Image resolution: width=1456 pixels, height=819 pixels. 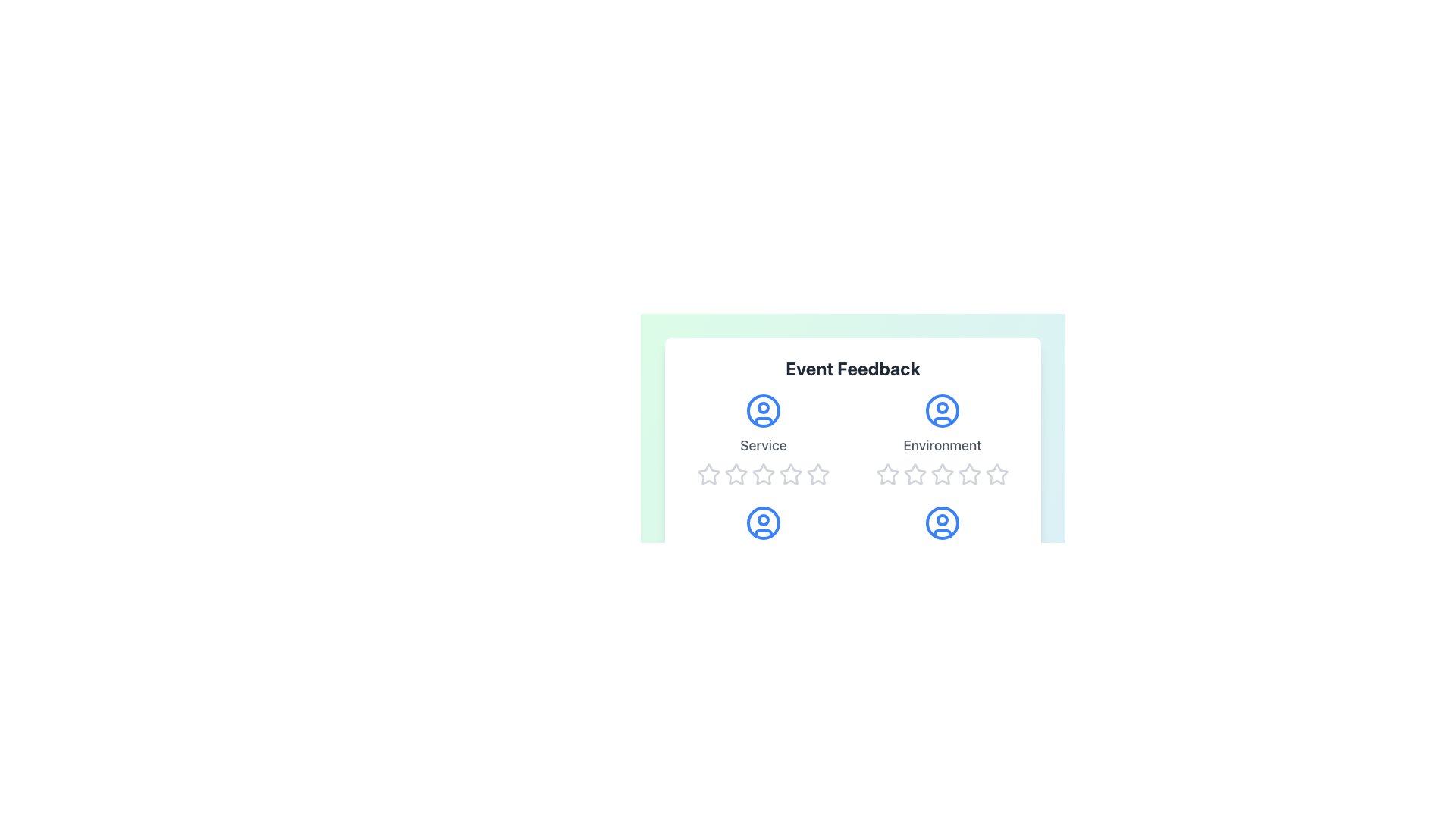 I want to click on the first rating star icon in the 'Service' category located in the 'Event Feedback' section, so click(x=736, y=473).